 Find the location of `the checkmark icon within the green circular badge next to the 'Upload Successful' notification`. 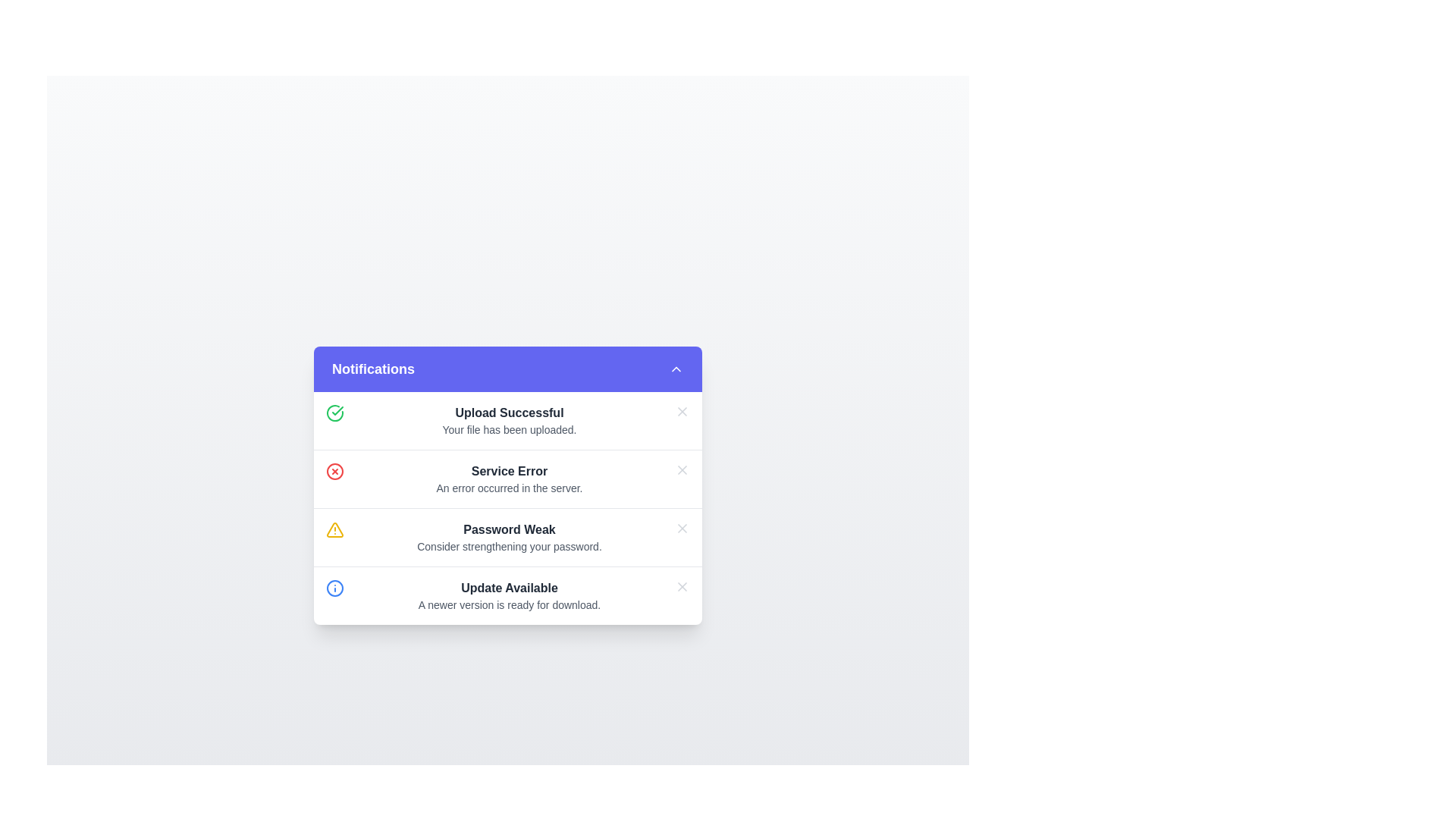

the checkmark icon within the green circular badge next to the 'Upload Successful' notification is located at coordinates (337, 410).